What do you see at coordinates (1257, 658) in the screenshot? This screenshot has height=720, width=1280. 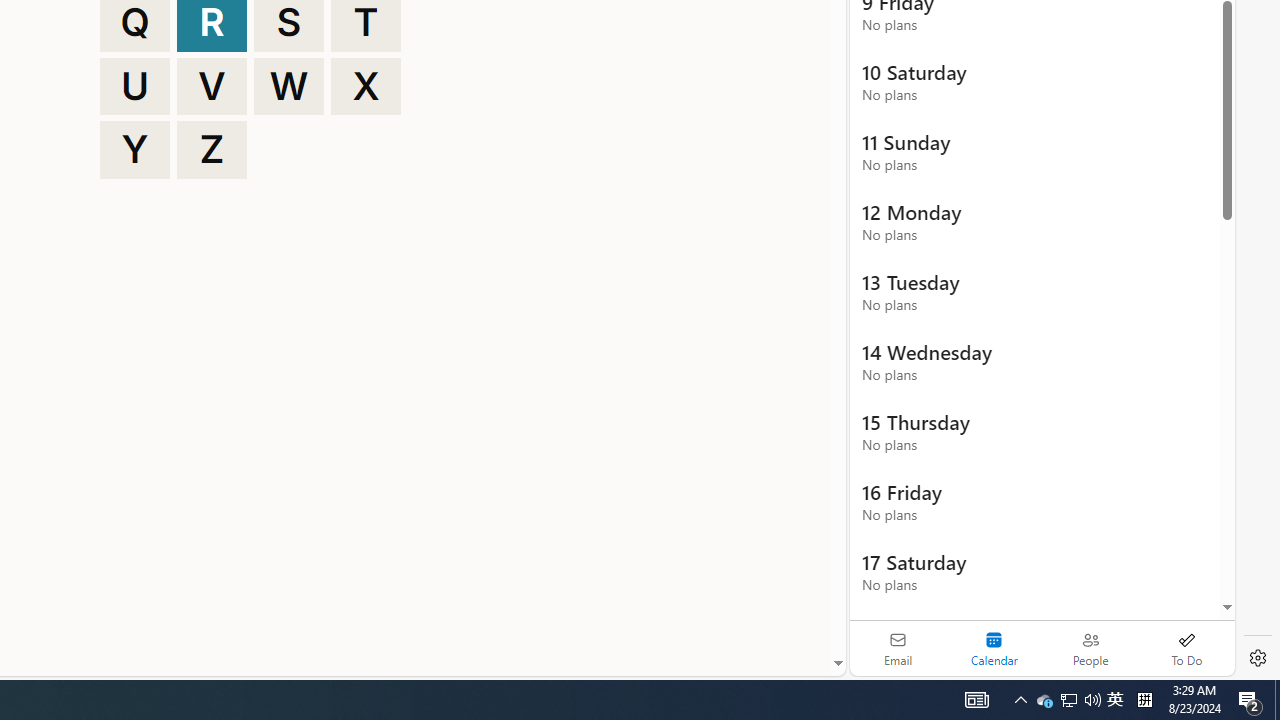 I see `'Settings'` at bounding box center [1257, 658].